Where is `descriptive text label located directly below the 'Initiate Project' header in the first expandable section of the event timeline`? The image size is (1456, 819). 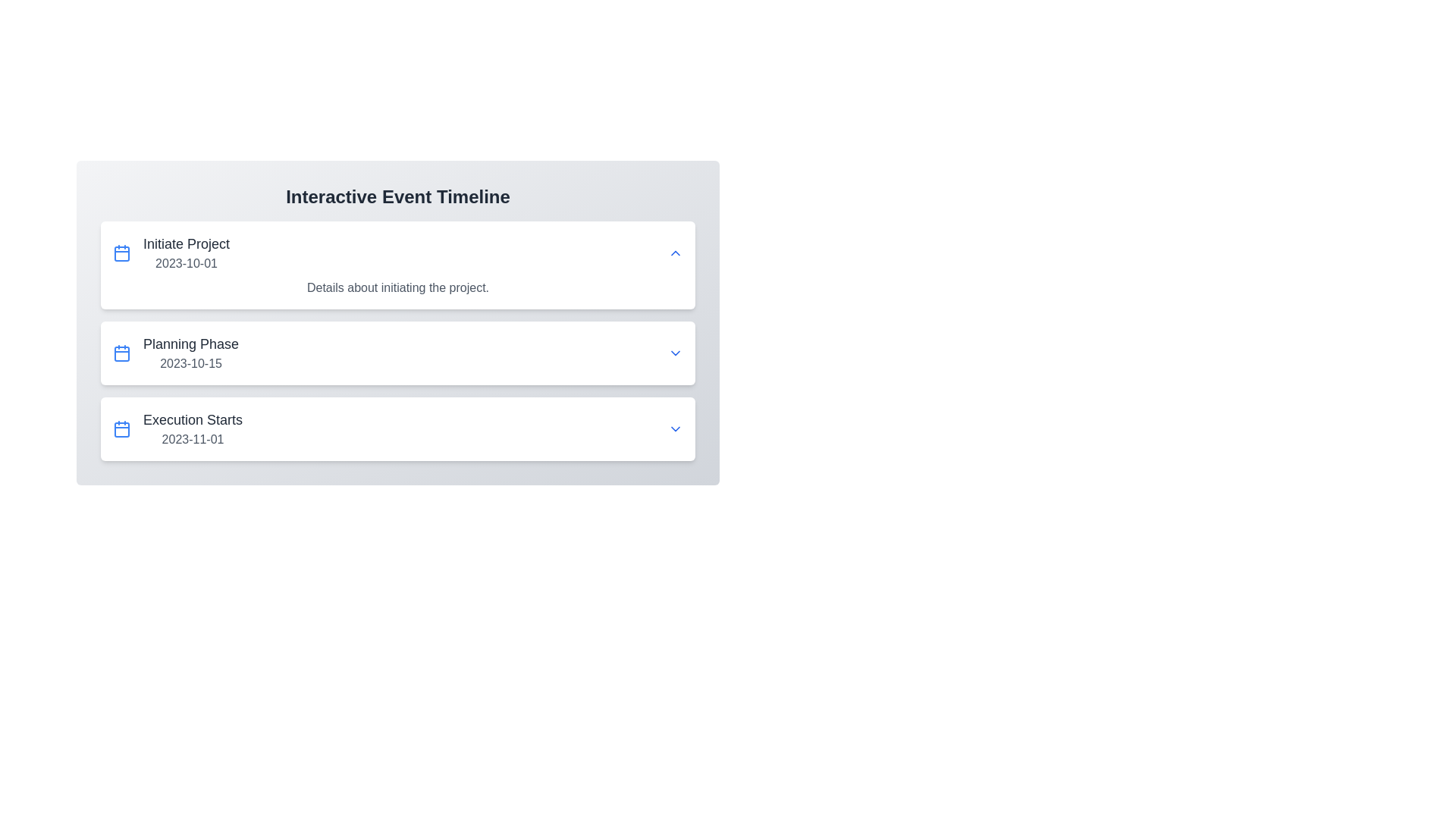 descriptive text label located directly below the 'Initiate Project' header in the first expandable section of the event timeline is located at coordinates (397, 288).